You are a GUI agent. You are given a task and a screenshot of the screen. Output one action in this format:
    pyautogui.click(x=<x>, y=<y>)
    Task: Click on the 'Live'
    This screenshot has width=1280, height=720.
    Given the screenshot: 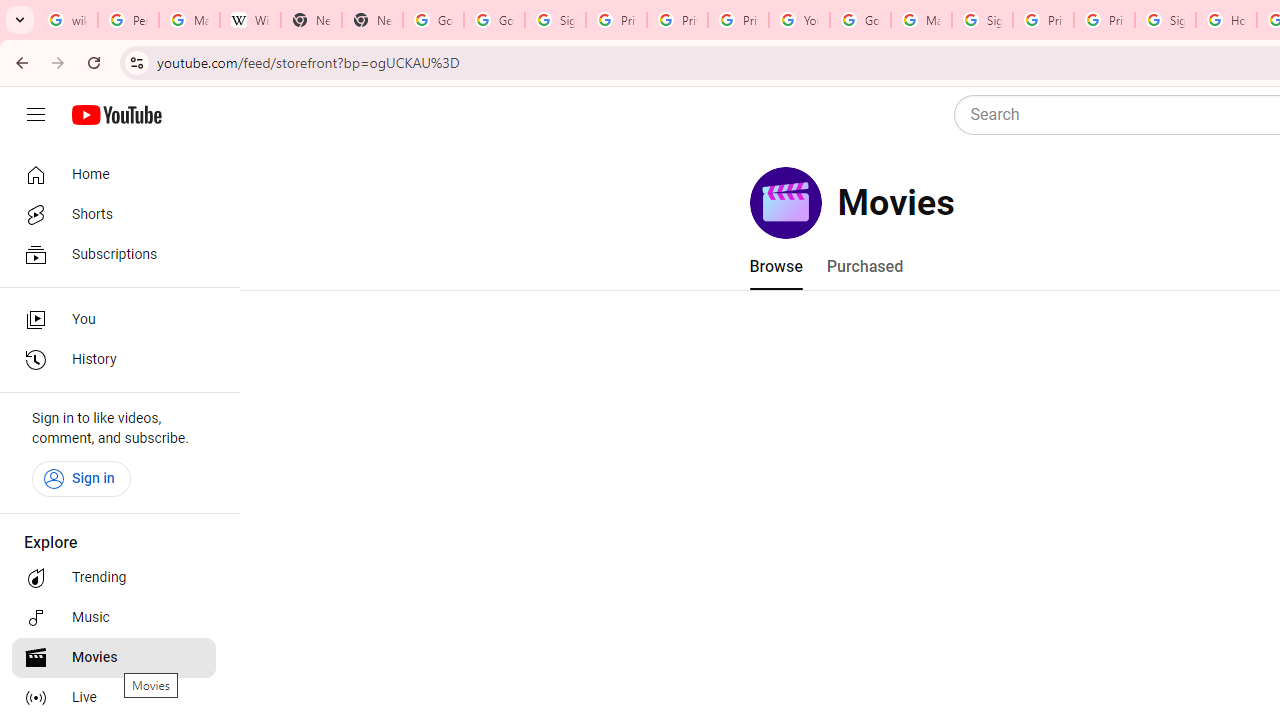 What is the action you would take?
    pyautogui.click(x=112, y=697)
    